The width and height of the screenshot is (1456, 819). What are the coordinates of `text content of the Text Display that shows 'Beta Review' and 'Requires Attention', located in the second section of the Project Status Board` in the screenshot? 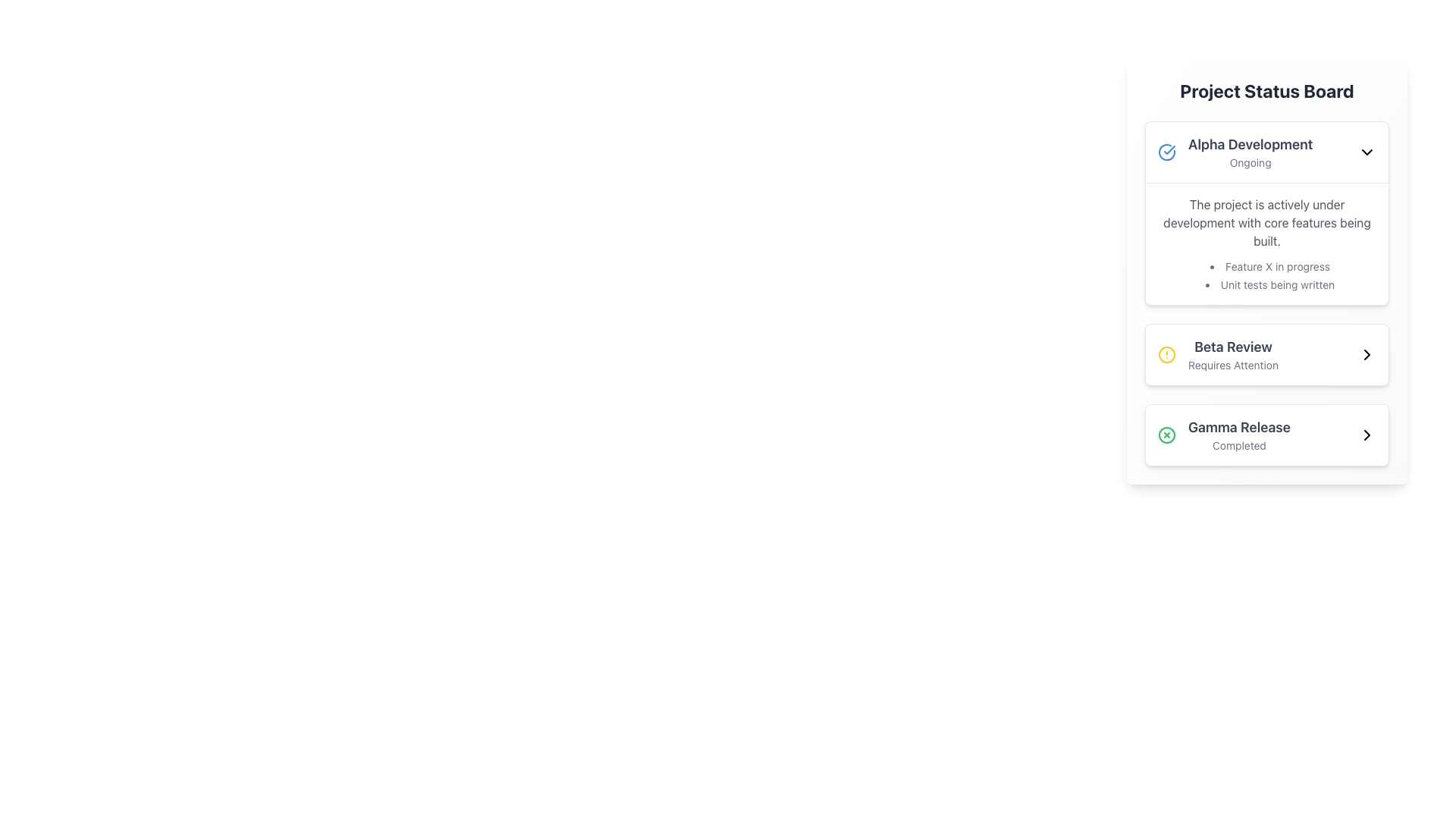 It's located at (1233, 354).